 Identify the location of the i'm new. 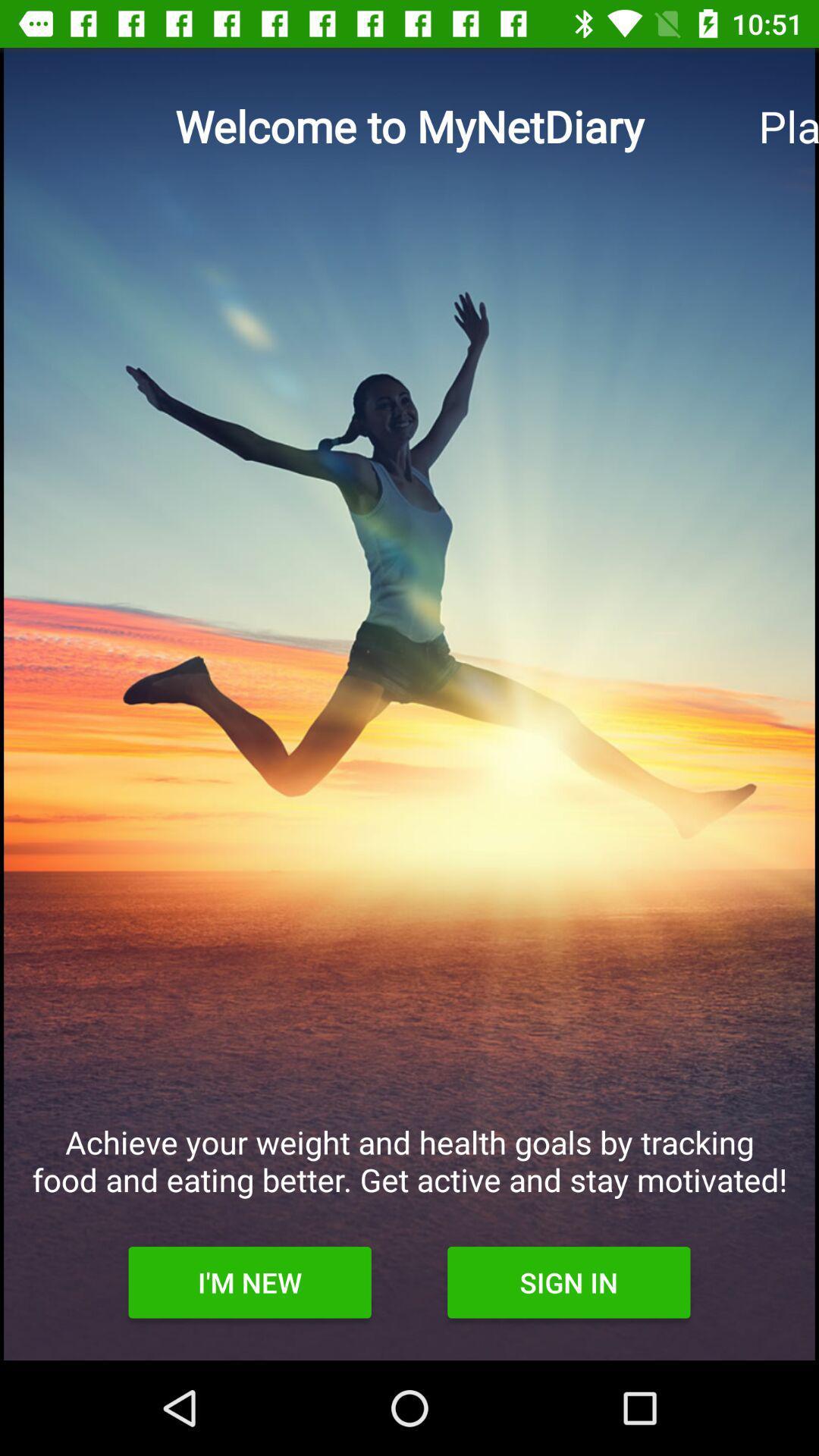
(249, 1282).